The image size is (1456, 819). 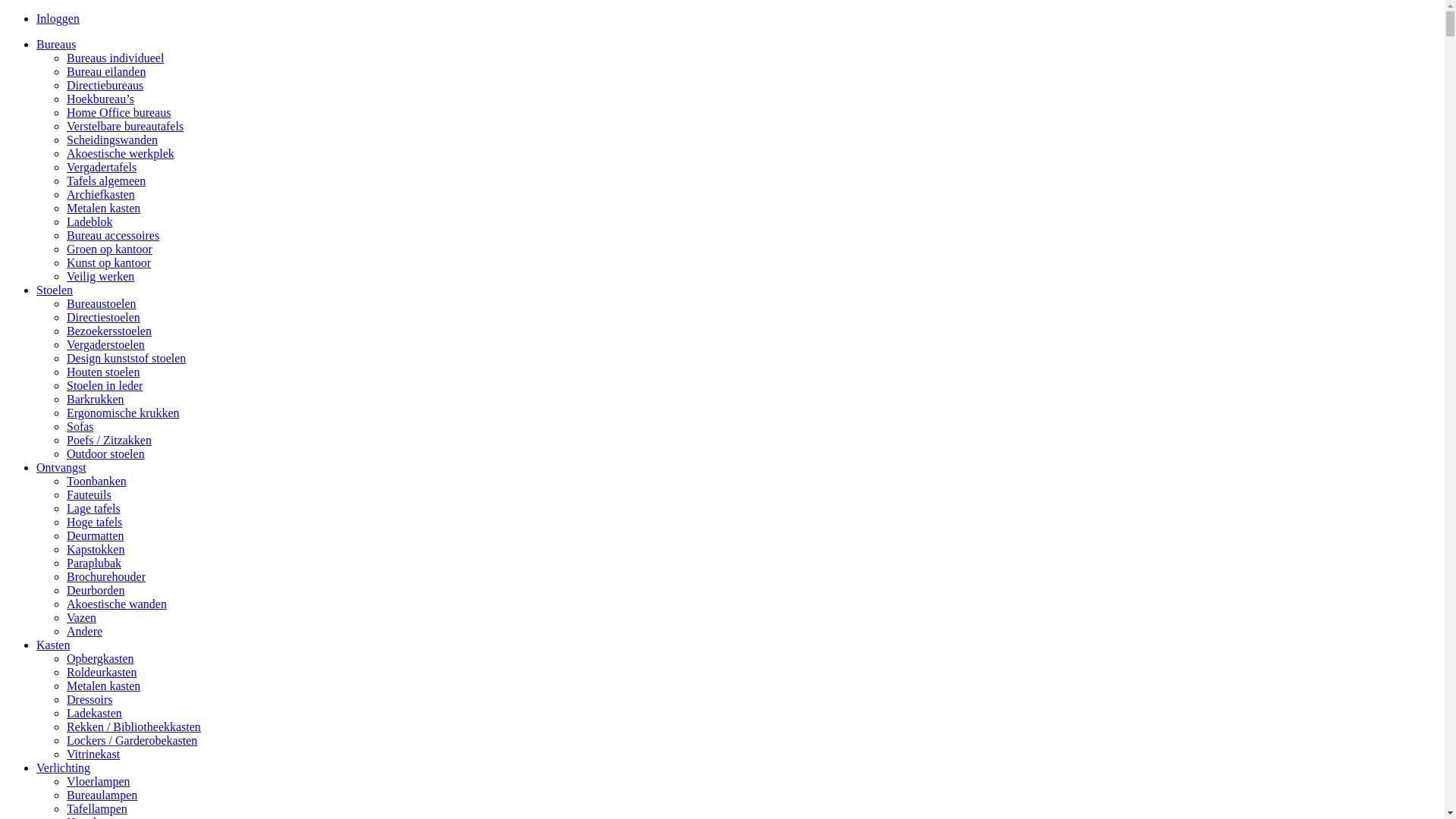 What do you see at coordinates (93, 521) in the screenshot?
I see `'Hoge tafels'` at bounding box center [93, 521].